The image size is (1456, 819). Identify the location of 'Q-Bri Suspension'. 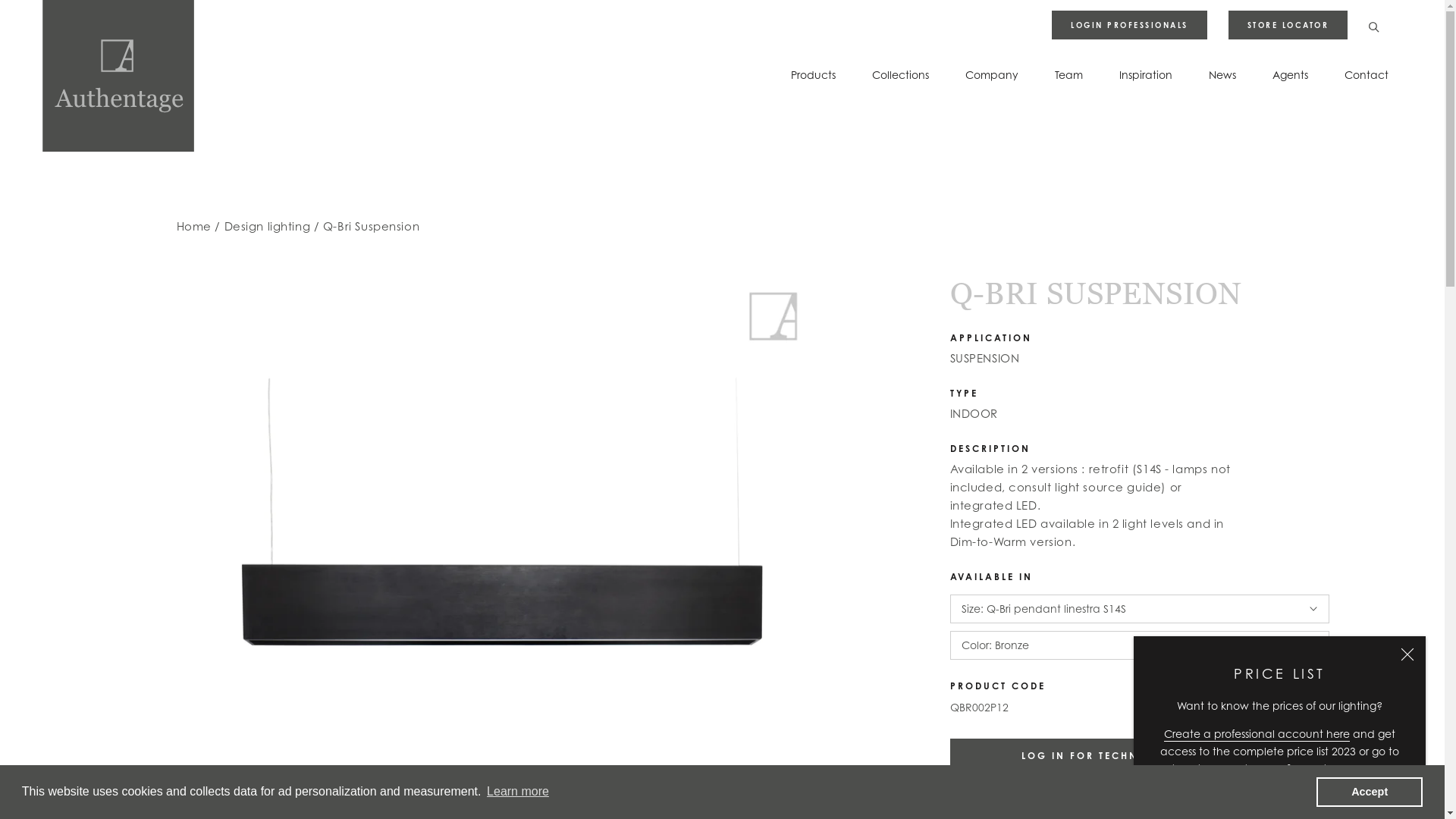
(371, 226).